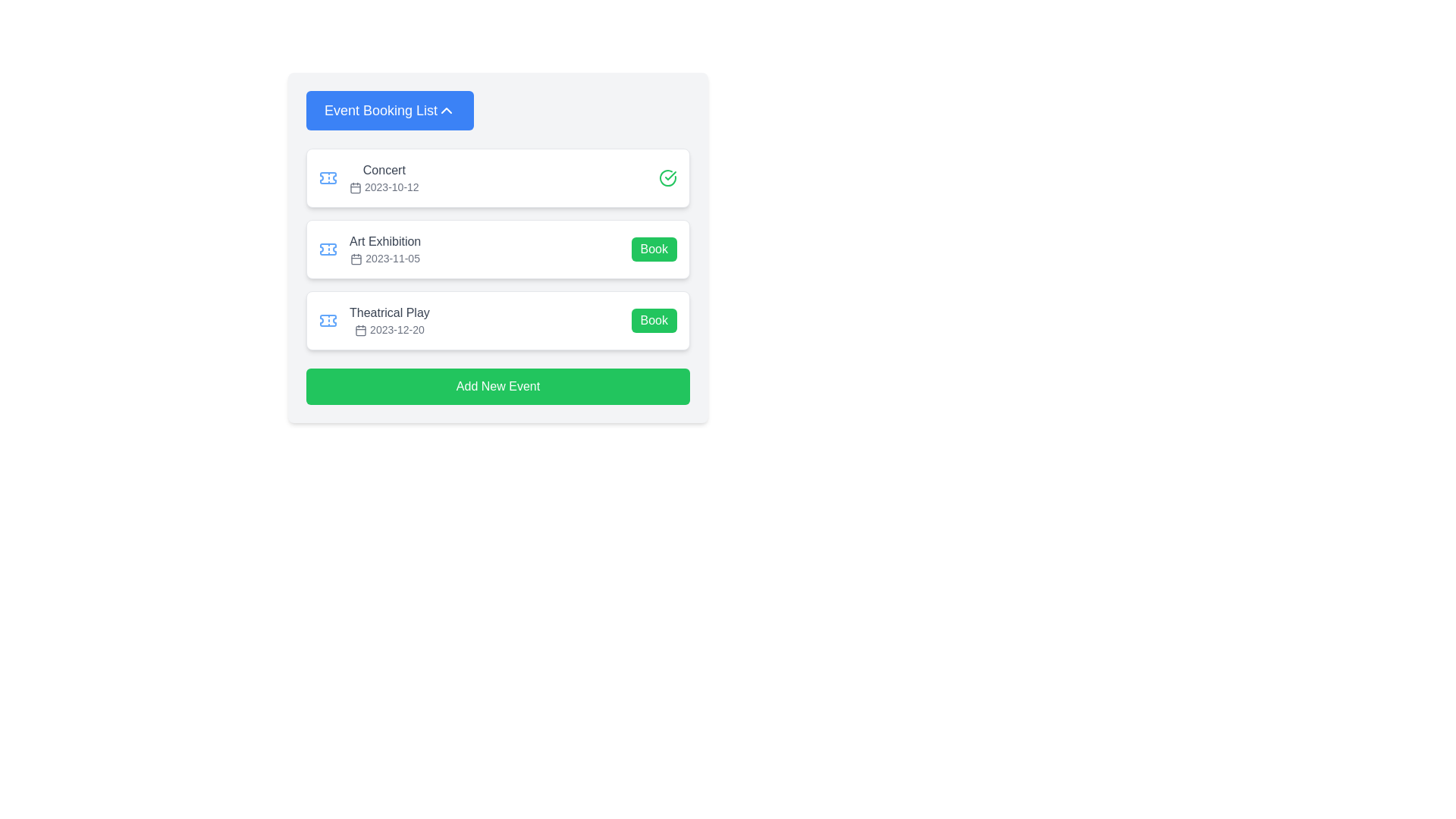 Image resolution: width=1456 pixels, height=819 pixels. Describe the element at coordinates (385, 248) in the screenshot. I see `the Text label for event details, which provides the name and date of an event located between 'Concert' and 'Theatrical Play' in the list of events` at that location.